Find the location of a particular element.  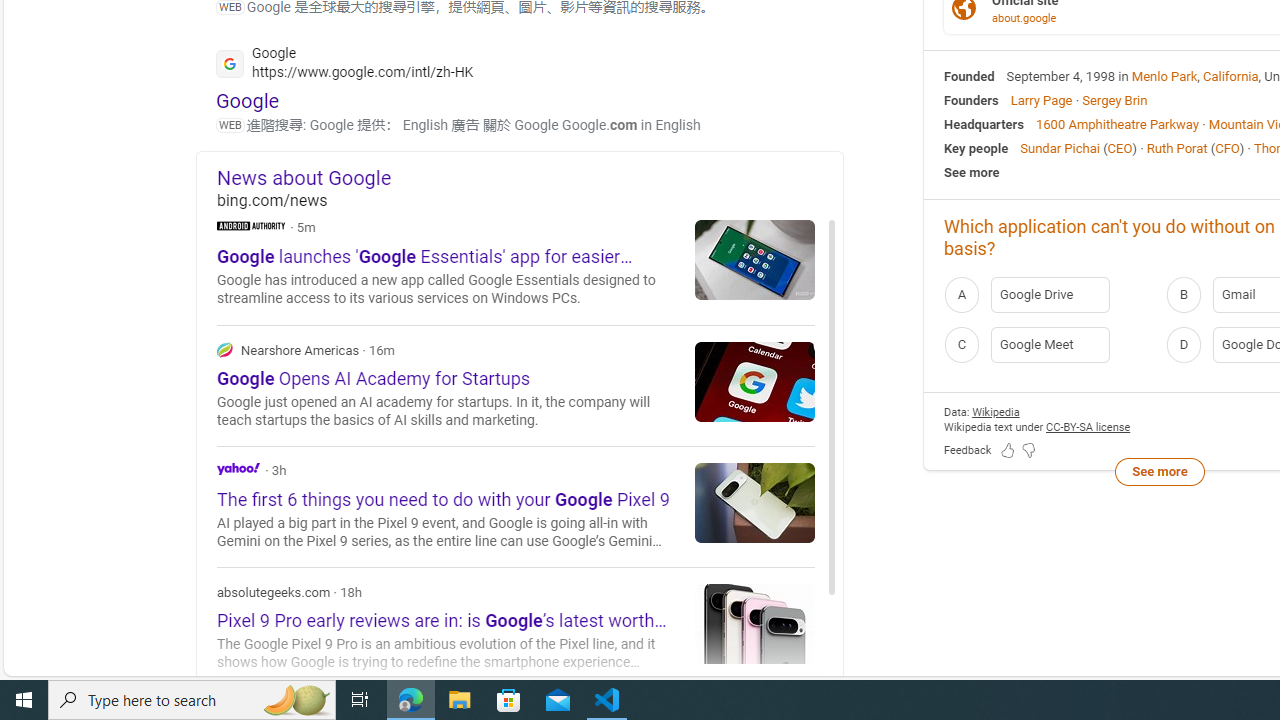

'Sergey Brin' is located at coordinates (1113, 100).